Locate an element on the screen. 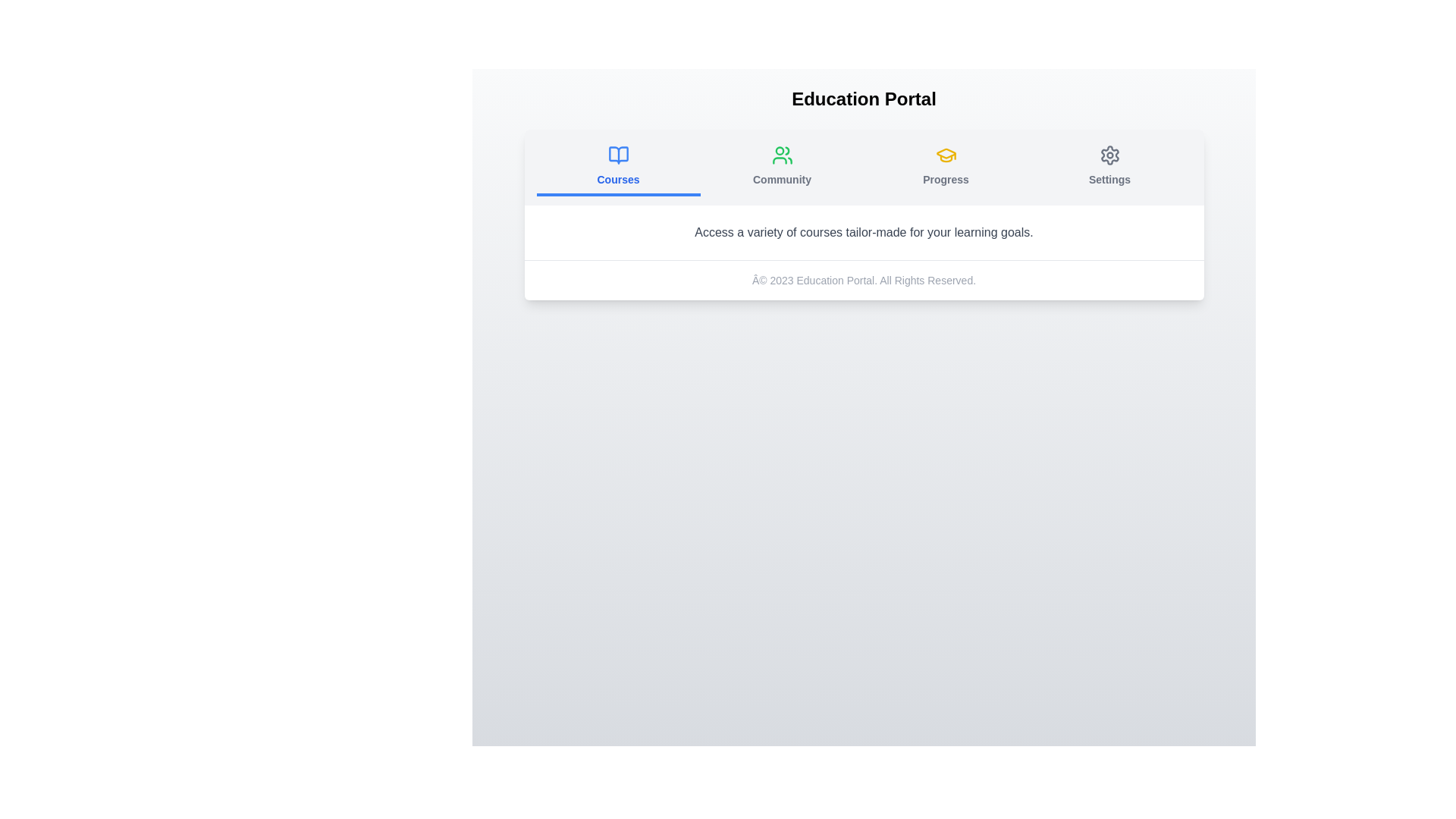  the 'Progress' button, which features a yellow graduation cap icon and is located in the navigation bar between 'Community' and 'Settings' is located at coordinates (945, 166).